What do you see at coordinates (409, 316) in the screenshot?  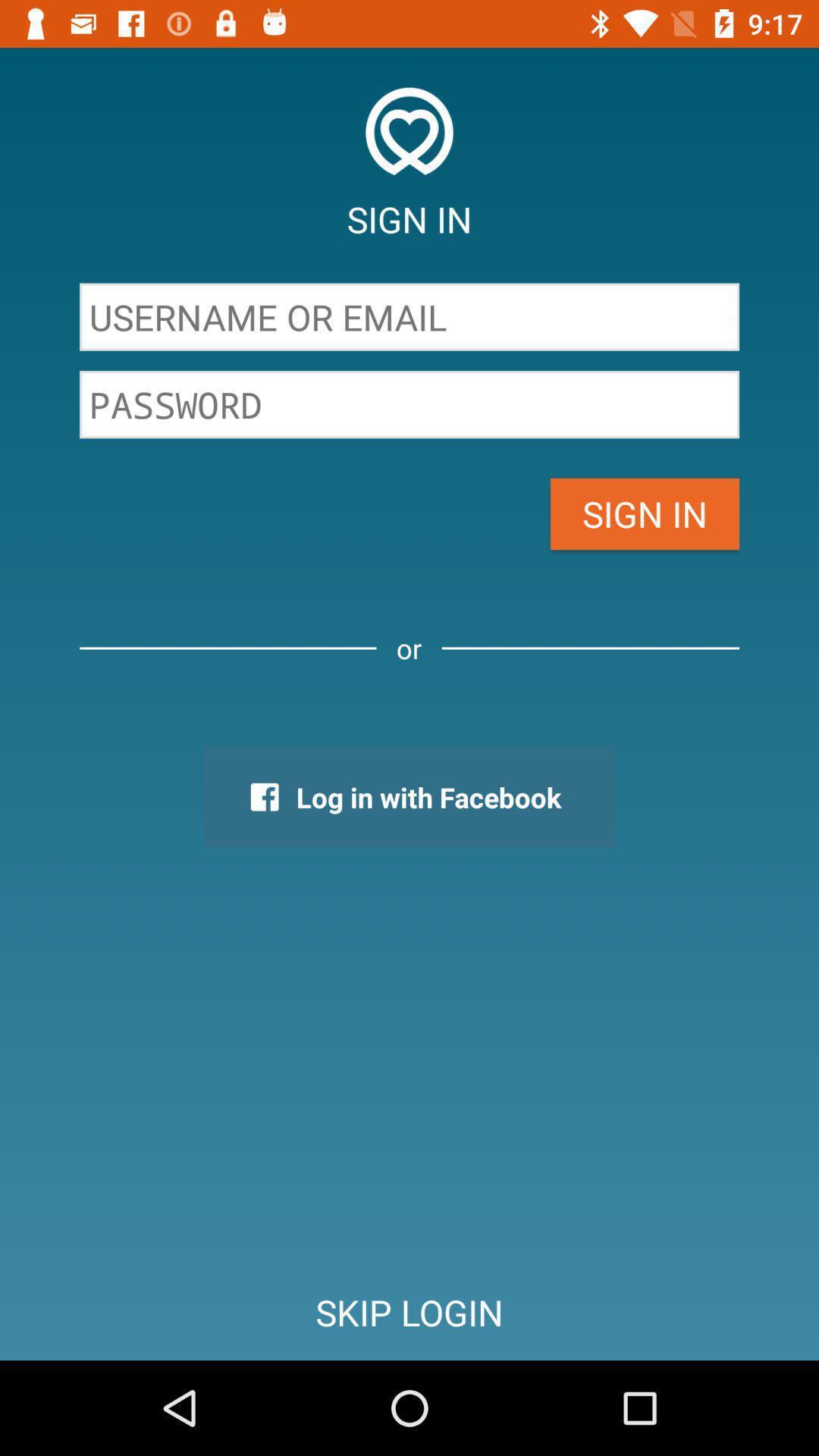 I see `username or email` at bounding box center [409, 316].